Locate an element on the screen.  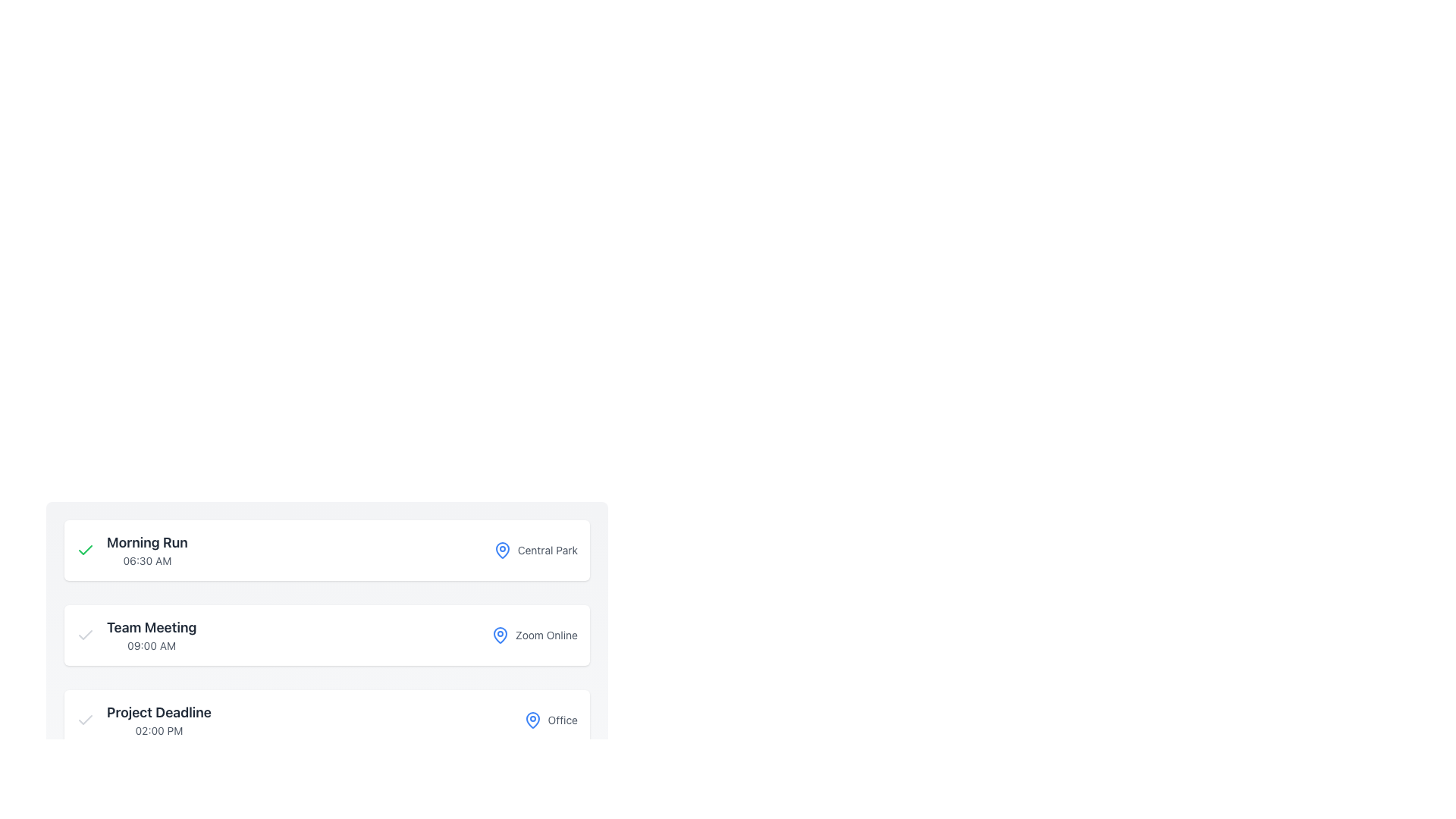
the icon that visually indicates a location or place, located immediately to the left of the text 'Office' in the 'Project Deadline' section is located at coordinates (532, 719).